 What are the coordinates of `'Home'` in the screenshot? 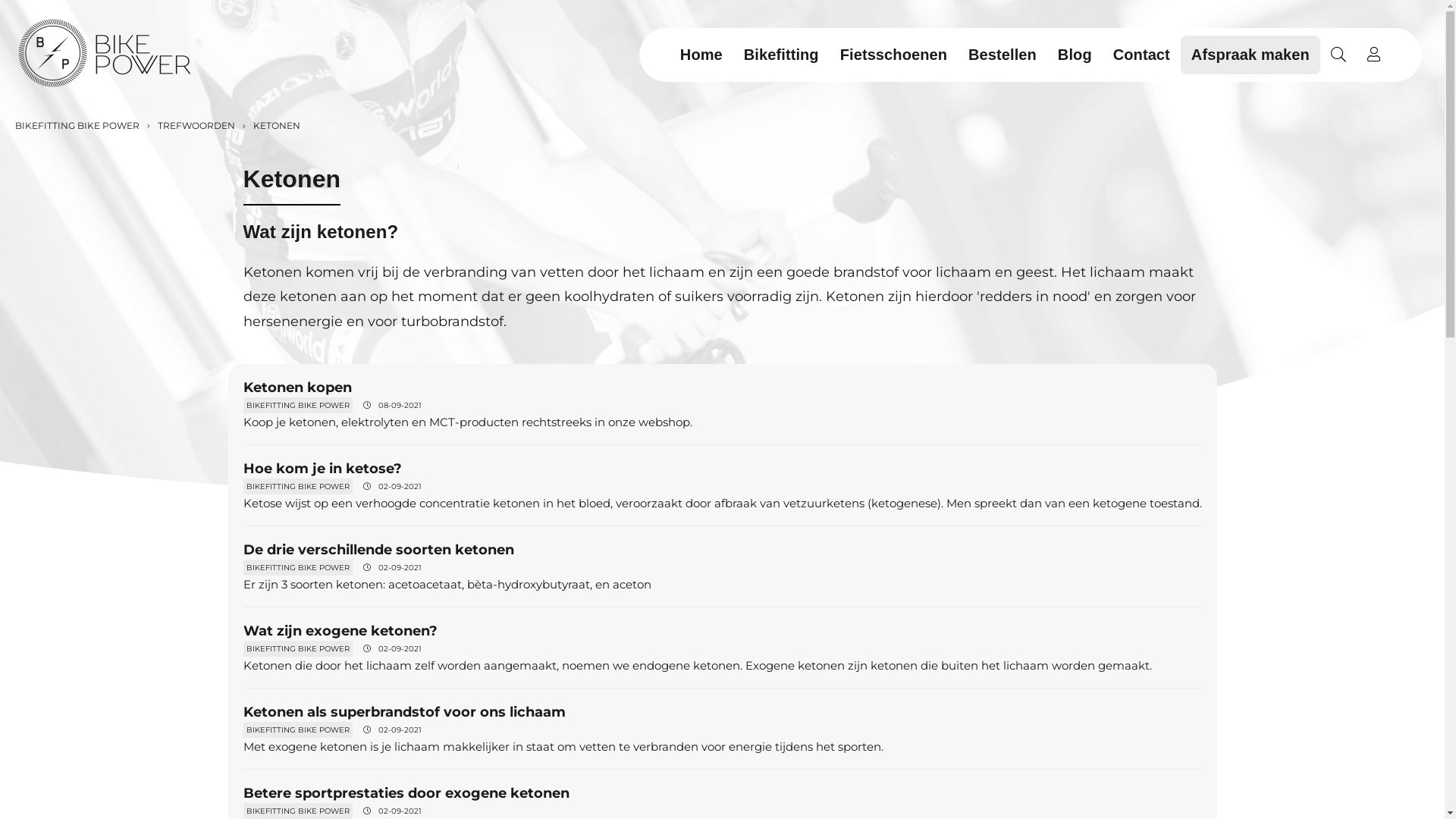 It's located at (701, 53).